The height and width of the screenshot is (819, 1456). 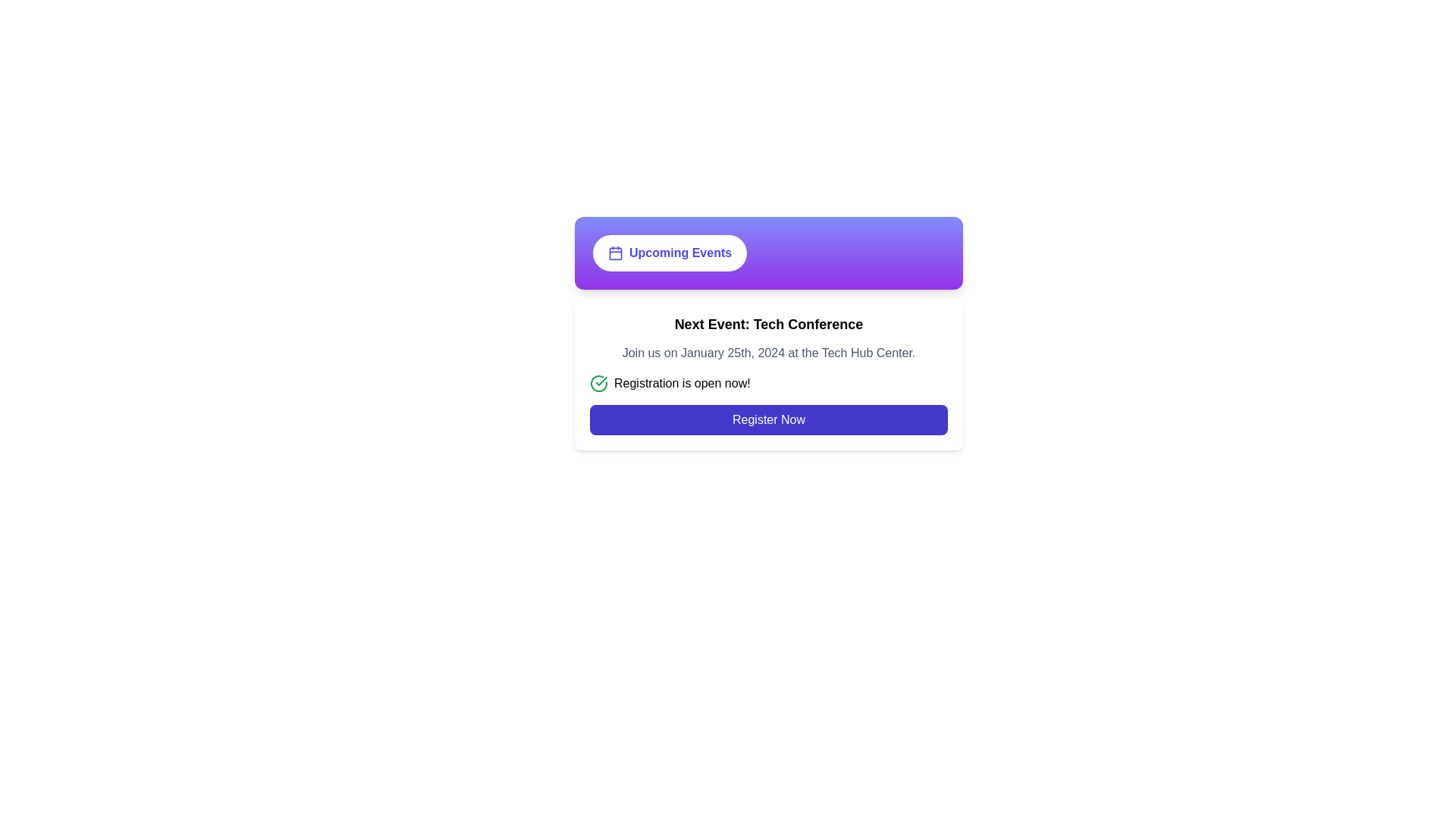 What do you see at coordinates (615, 253) in the screenshot?
I see `the icon located at the leftmost part of the 'Upcoming Events' button, which symbolizes event scheduling or date-related content` at bounding box center [615, 253].